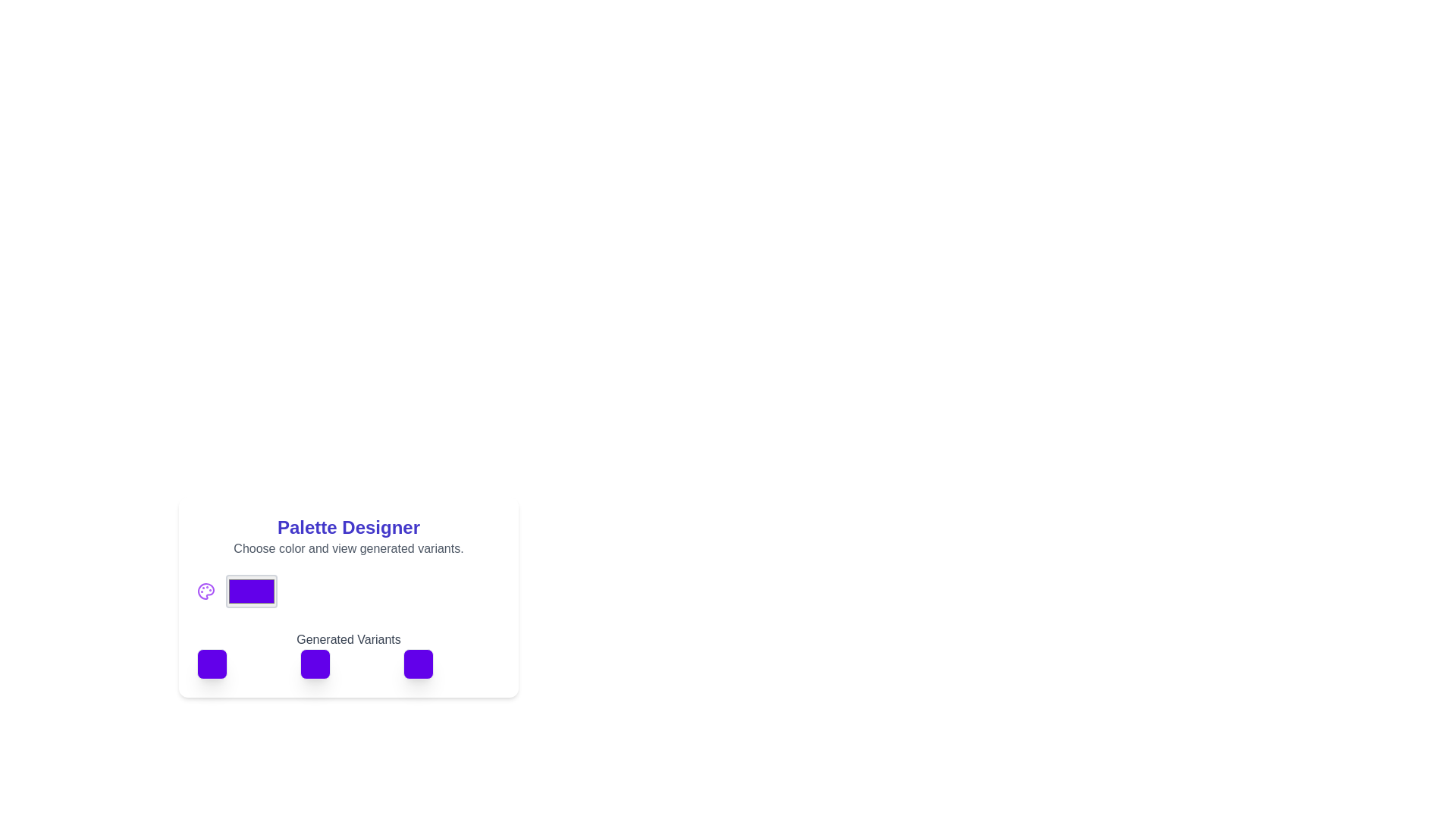 The height and width of the screenshot is (819, 1456). I want to click on the composed text element containing a title and a subtitle, located at the top section of the card component, so click(348, 536).